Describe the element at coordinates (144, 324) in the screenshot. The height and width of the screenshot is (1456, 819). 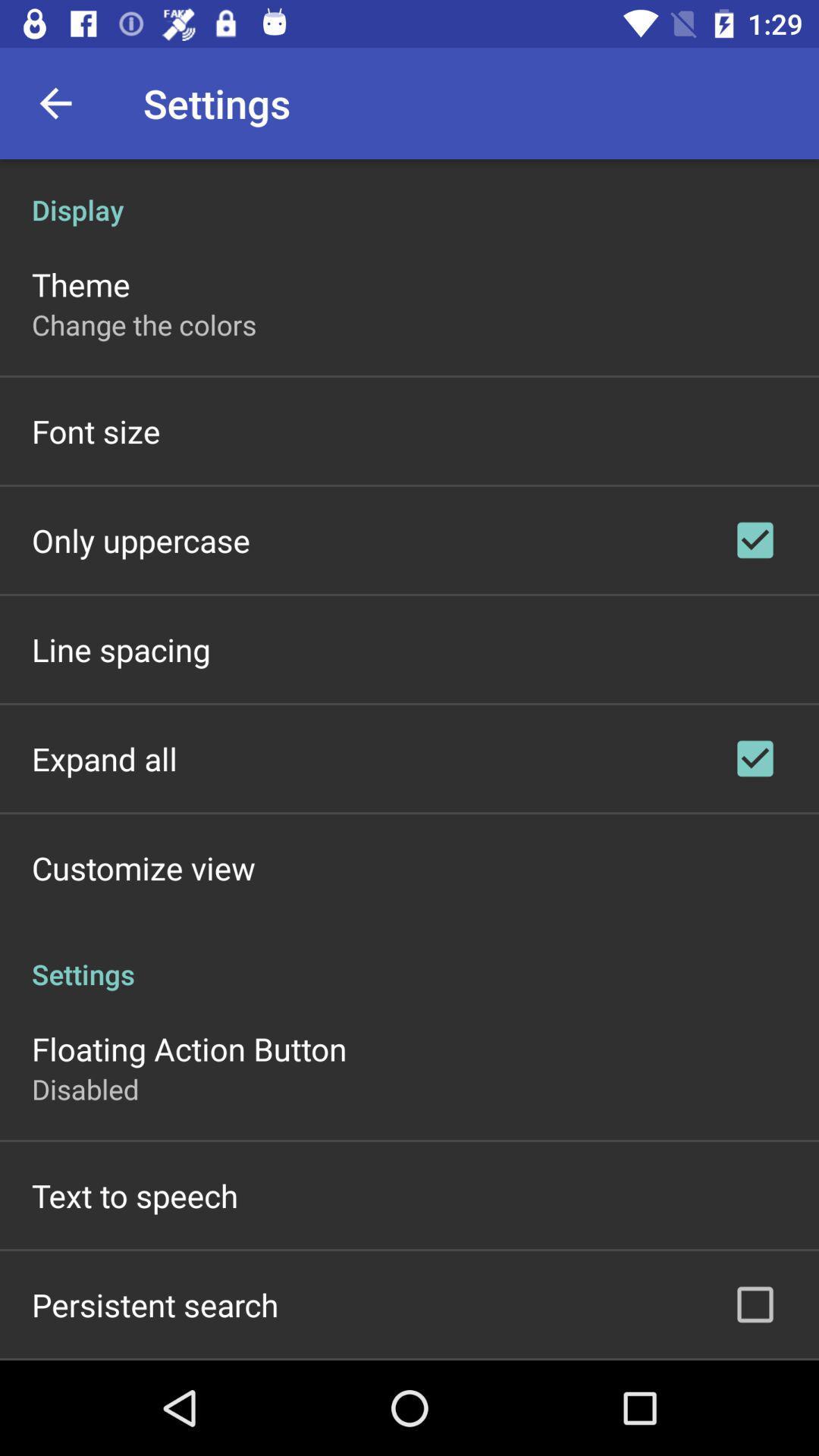
I see `the change the colors item` at that location.